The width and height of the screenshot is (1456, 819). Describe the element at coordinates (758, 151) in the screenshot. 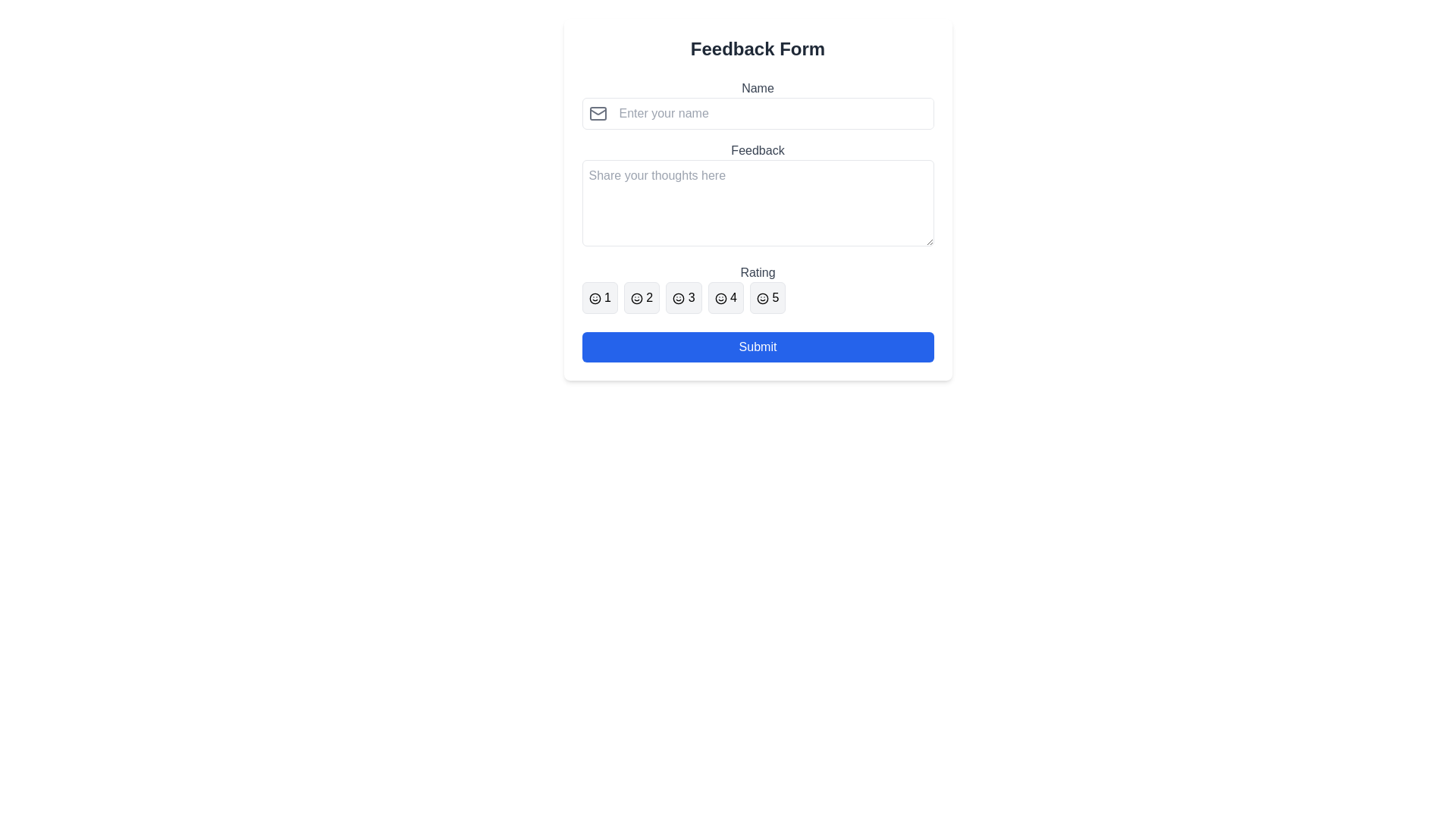

I see `the feedback label that indicates the input area for user feedback, located above the multi-line text input inviting users to 'Share your thoughts here'` at that location.